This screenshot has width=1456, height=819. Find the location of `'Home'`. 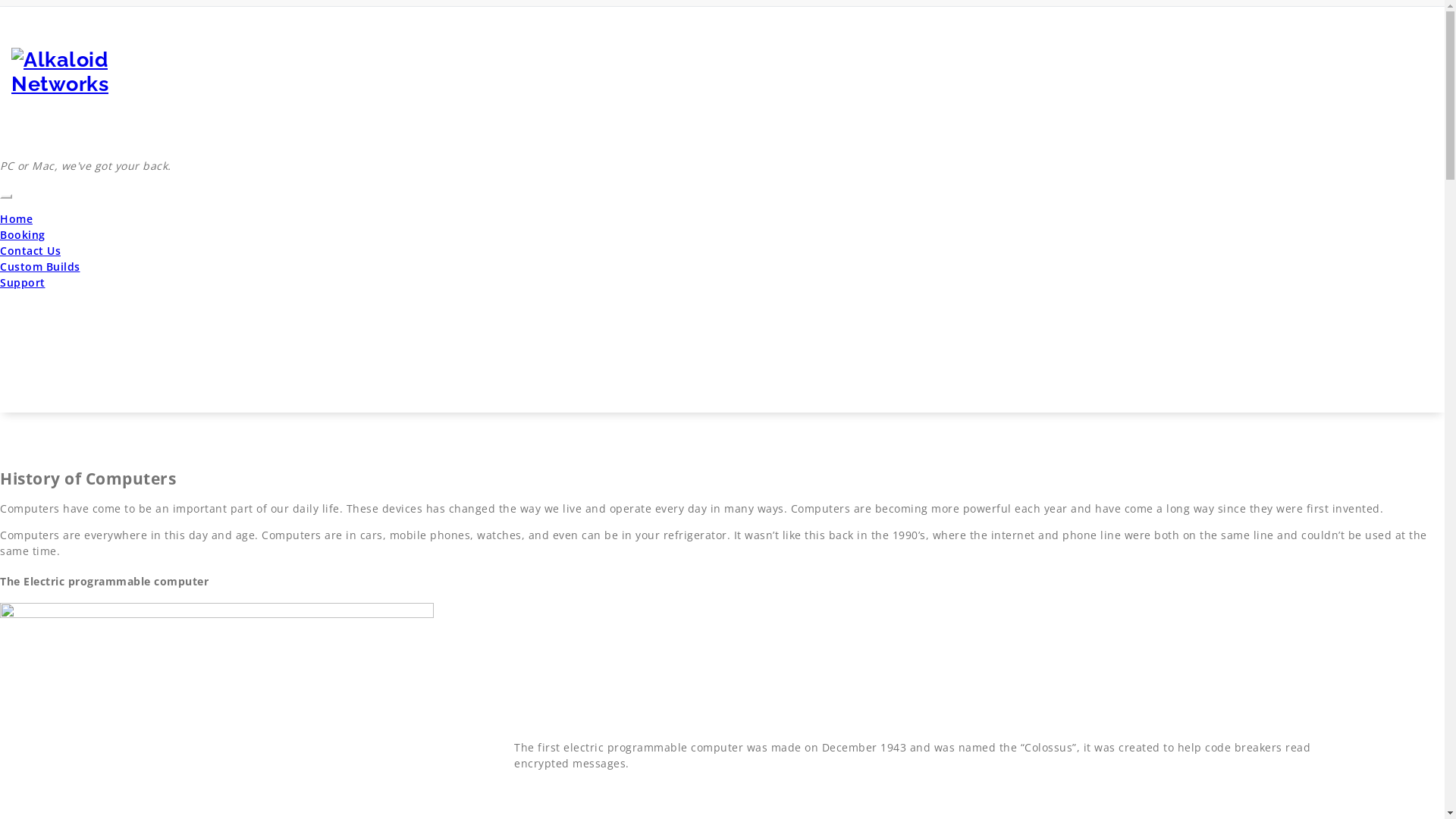

'Home' is located at coordinates (16, 218).